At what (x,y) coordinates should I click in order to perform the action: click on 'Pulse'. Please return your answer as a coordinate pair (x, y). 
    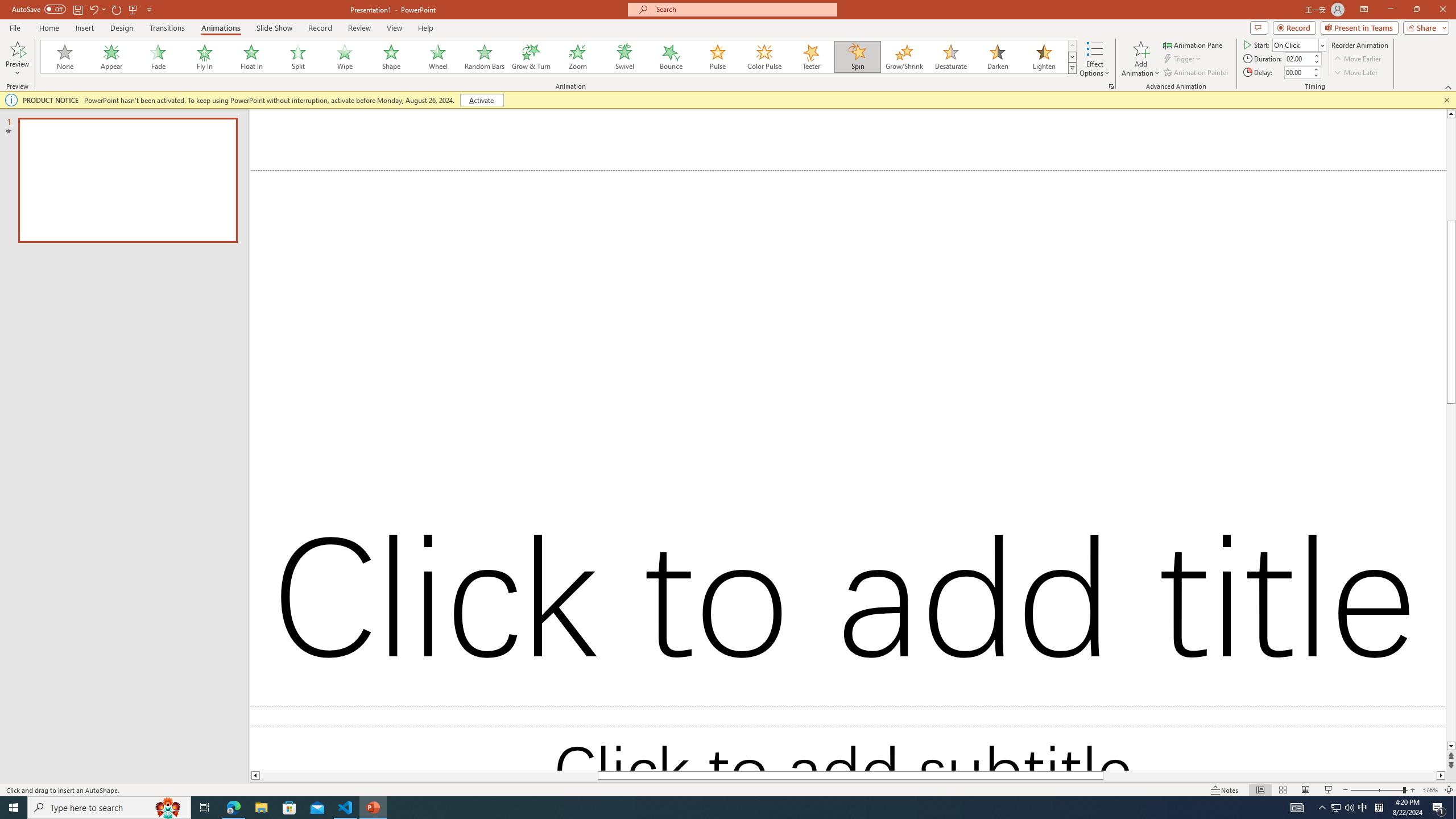
    Looking at the image, I should click on (717, 56).